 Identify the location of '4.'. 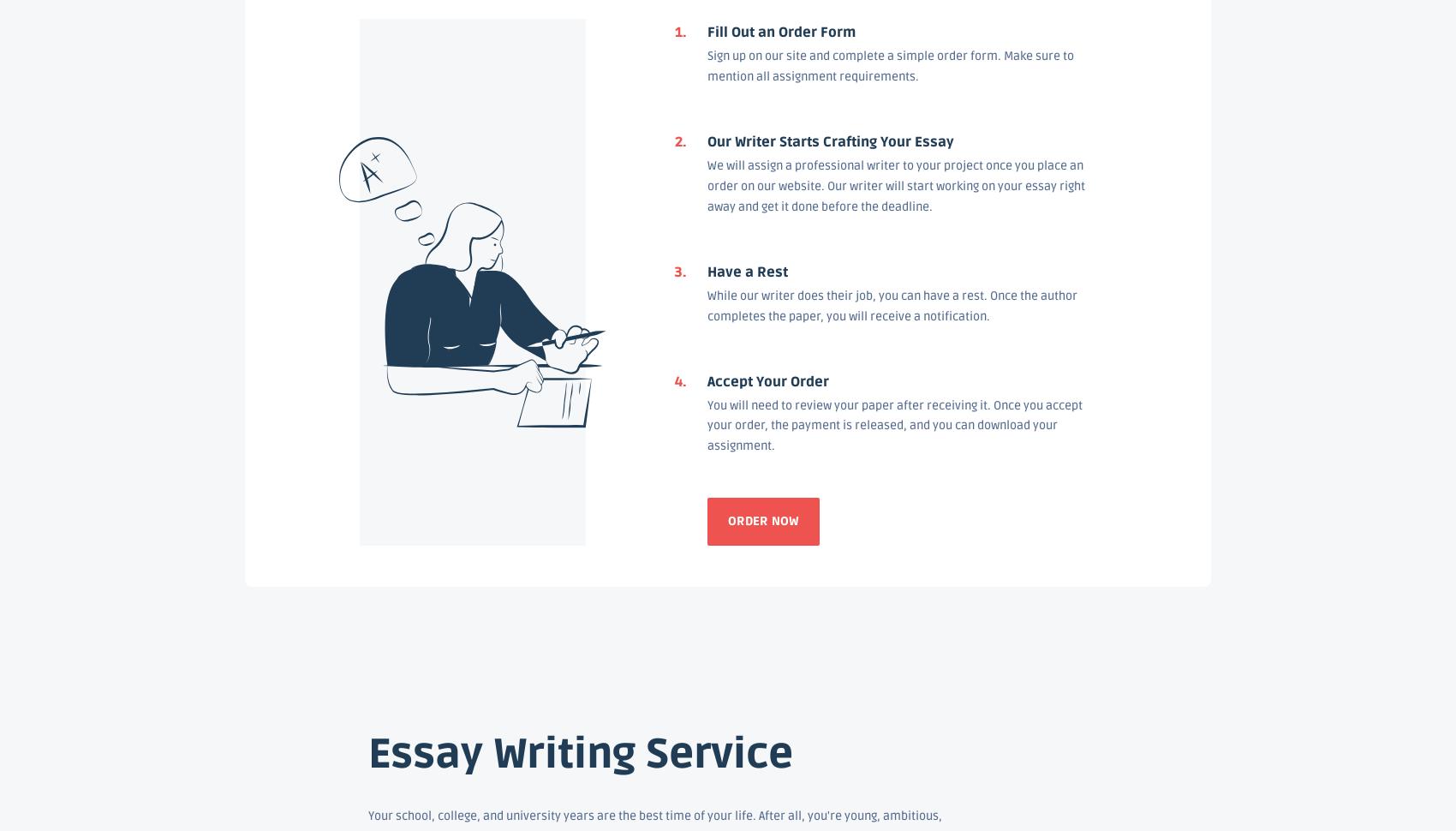
(679, 380).